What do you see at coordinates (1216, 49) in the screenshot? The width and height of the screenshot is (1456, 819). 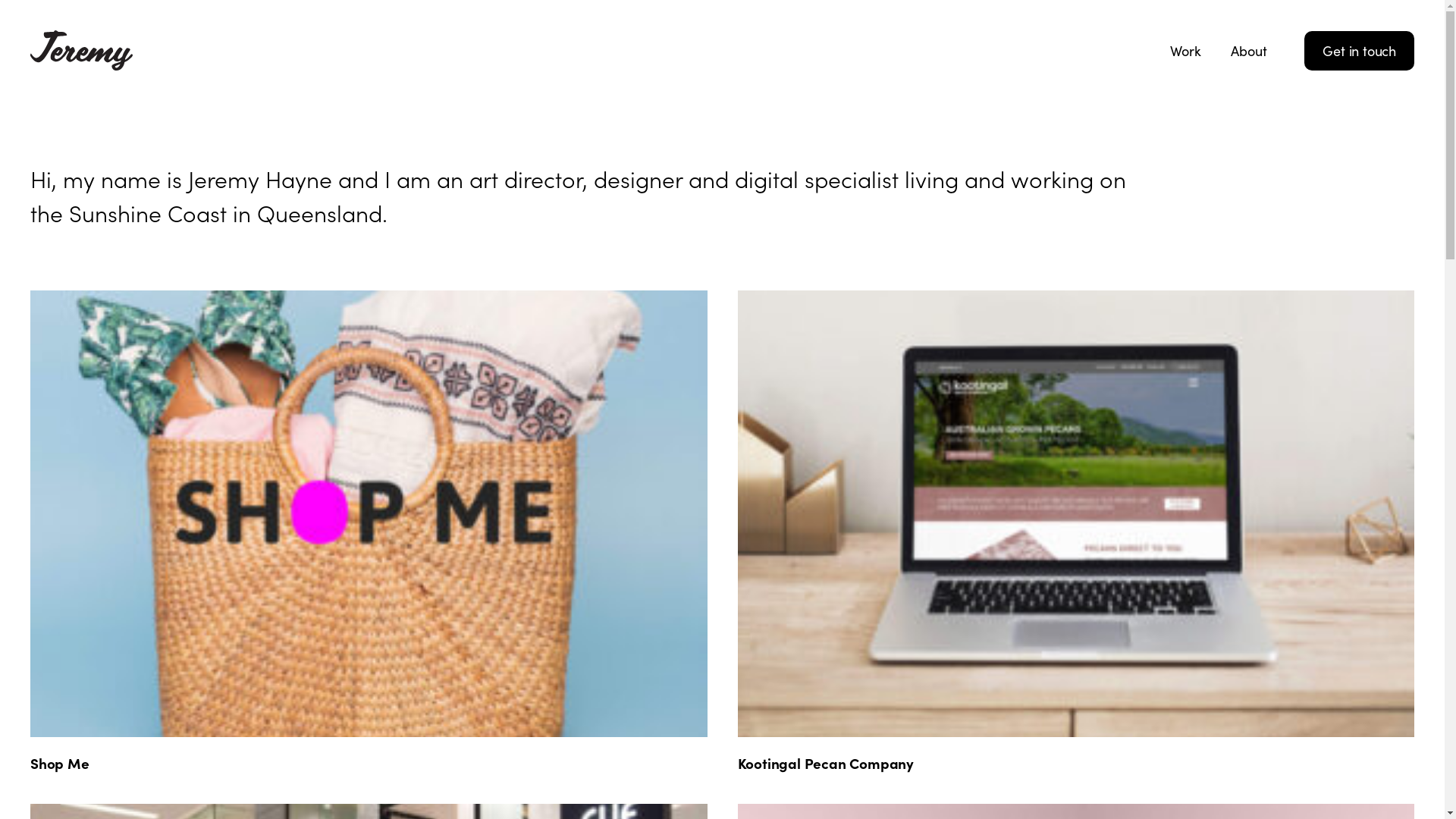 I see `'About'` at bounding box center [1216, 49].